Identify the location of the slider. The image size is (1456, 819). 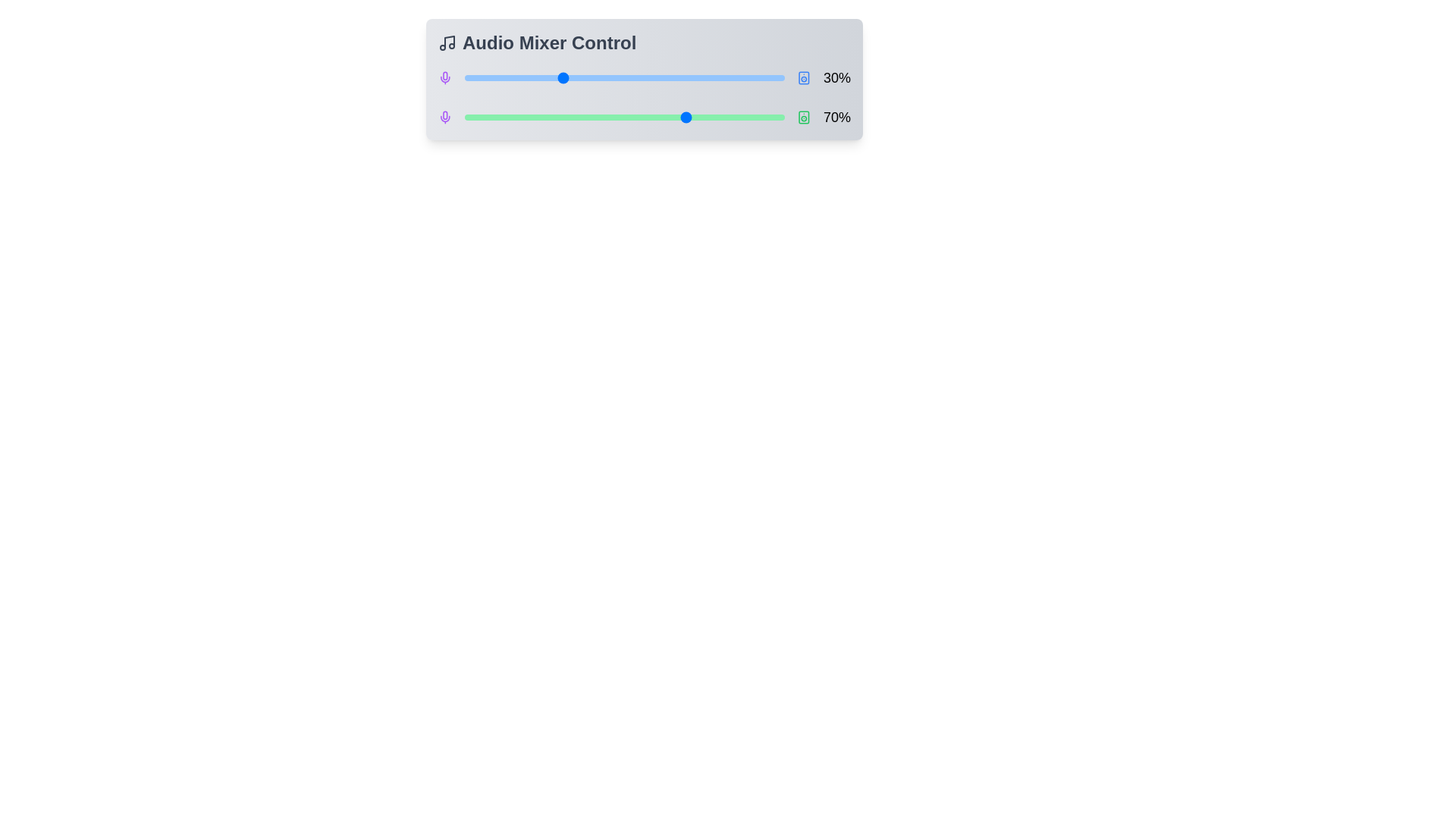
(585, 78).